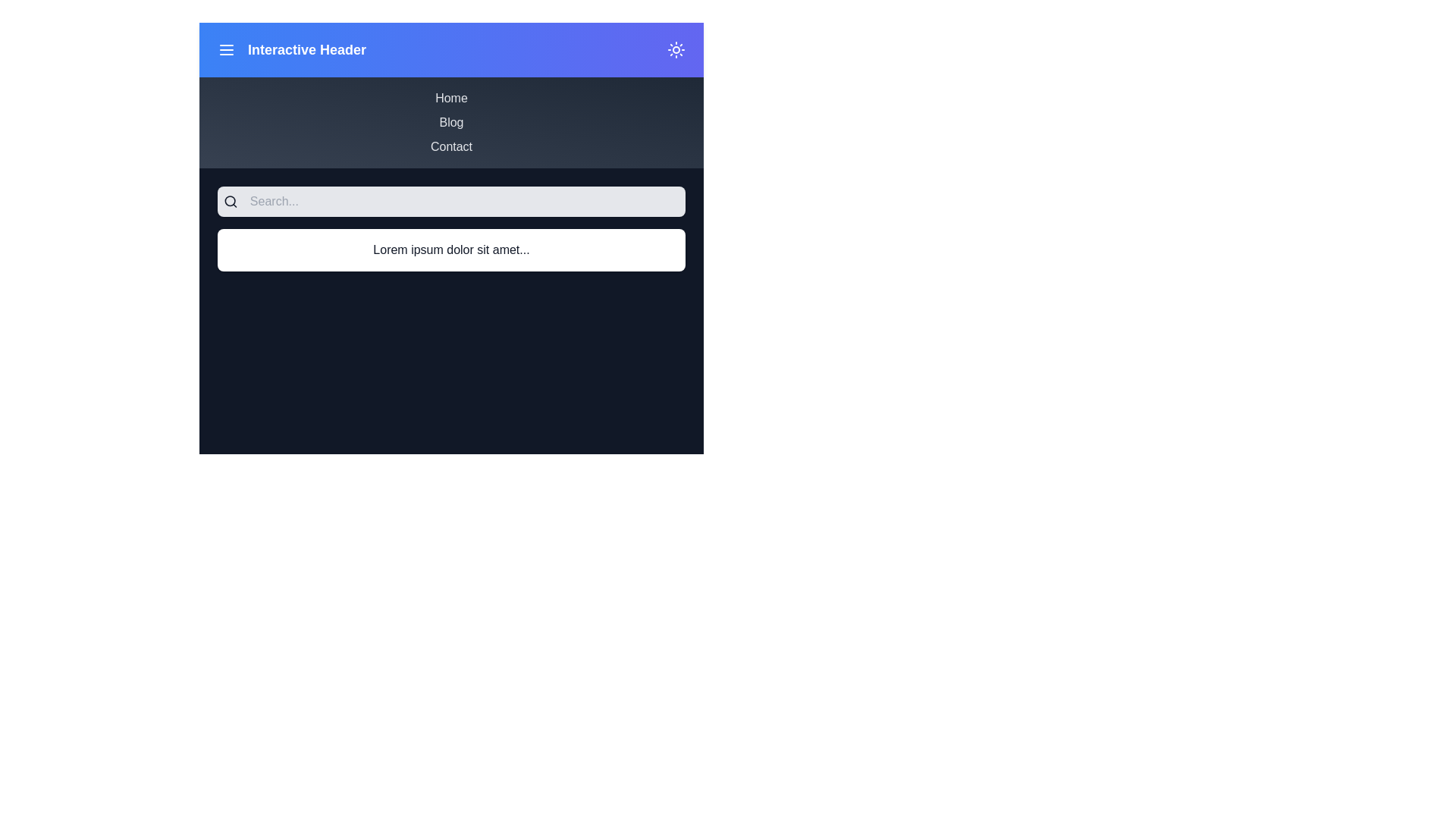 This screenshot has height=819, width=1456. I want to click on the informational content section, so click(450, 249).